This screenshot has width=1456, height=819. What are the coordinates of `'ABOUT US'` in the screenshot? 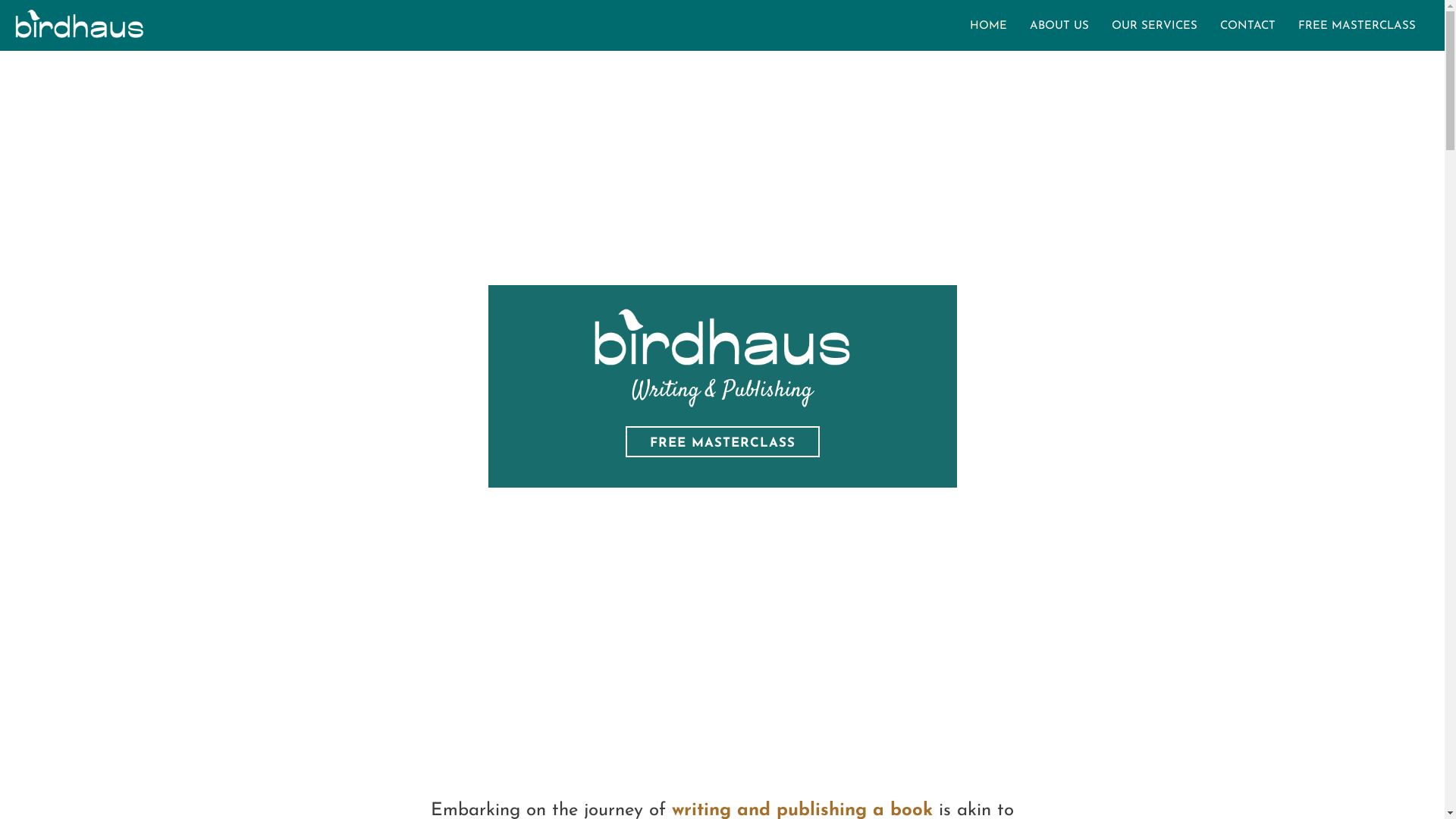 It's located at (1058, 26).